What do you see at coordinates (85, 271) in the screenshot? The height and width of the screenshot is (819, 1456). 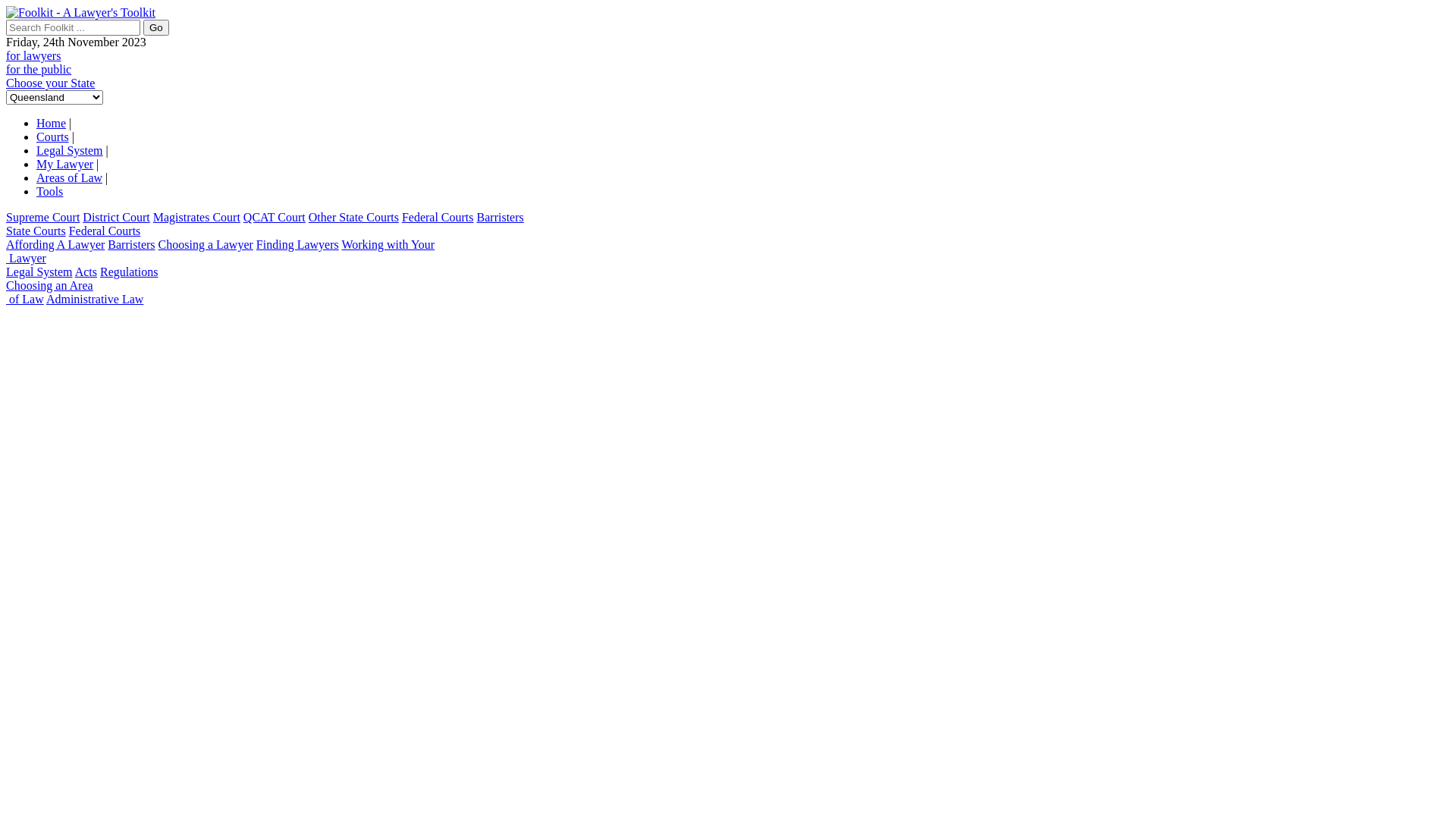 I see `'Acts'` at bounding box center [85, 271].